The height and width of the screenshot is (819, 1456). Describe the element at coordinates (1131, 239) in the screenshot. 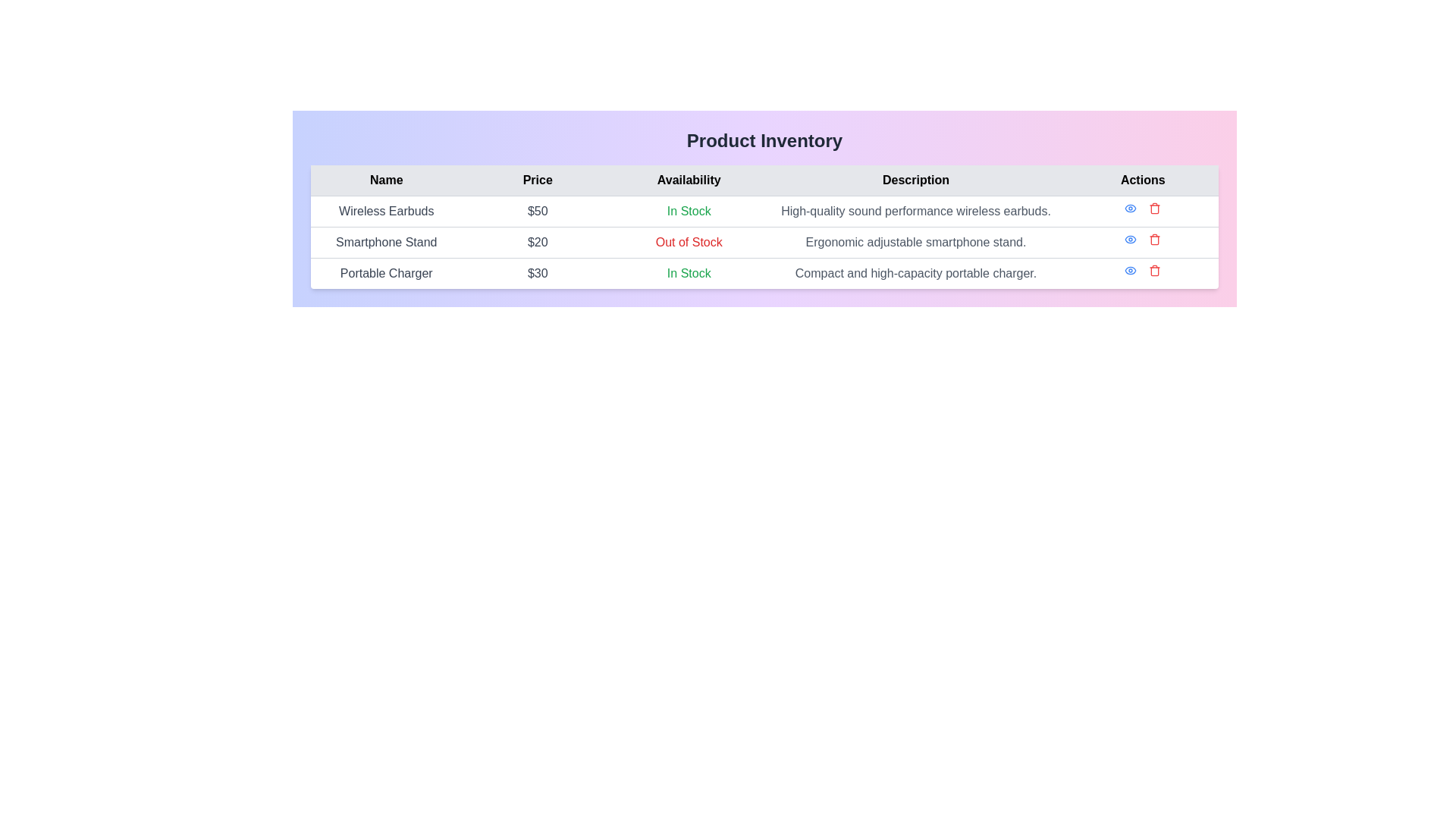

I see `the IconButton in the 'Actions' column for the 'Smartphone Stand' product` at that location.